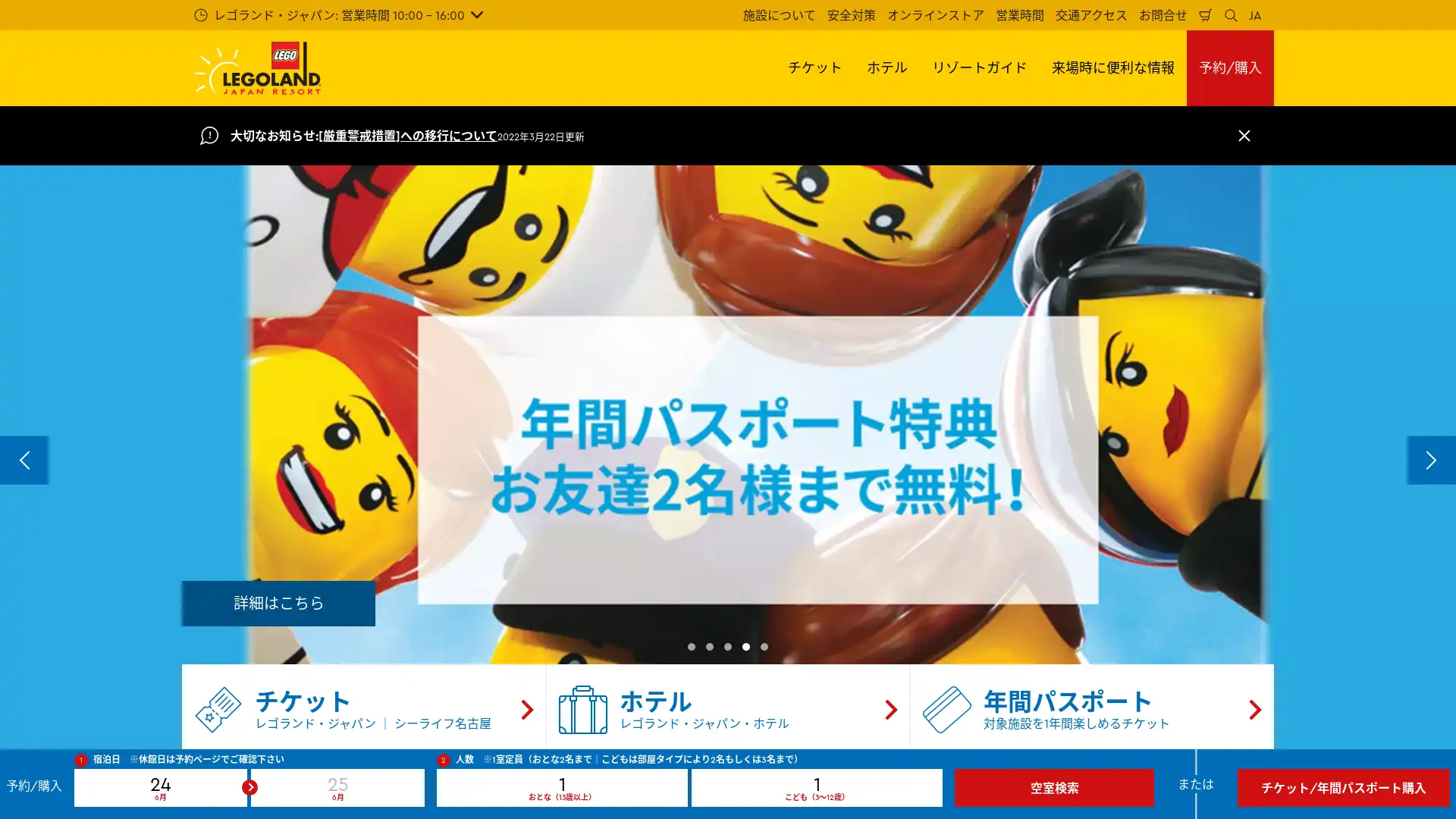 The height and width of the screenshot is (819, 1456). I want to click on JA, so click(1255, 14).